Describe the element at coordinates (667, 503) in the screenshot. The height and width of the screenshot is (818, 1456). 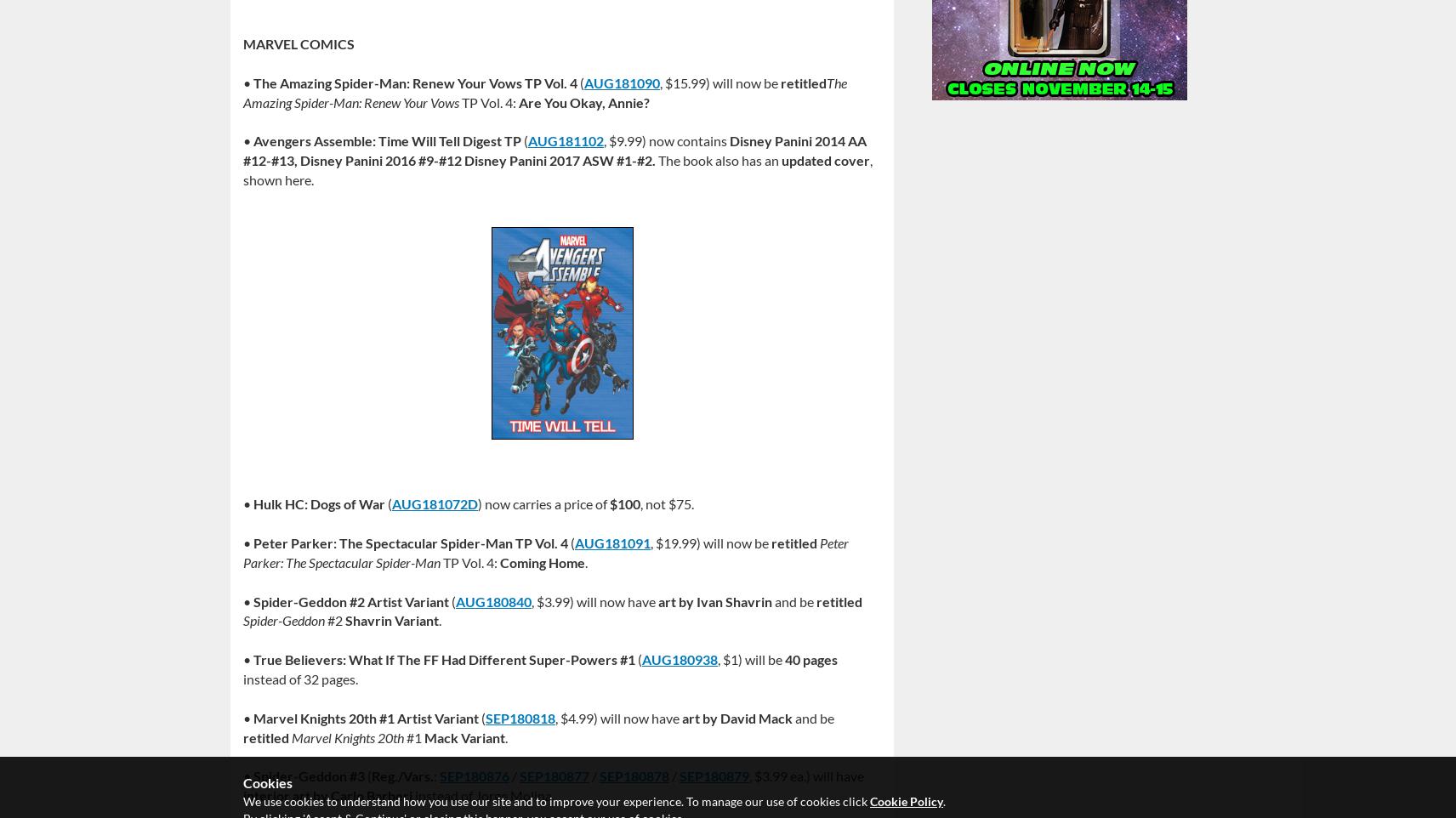
I see `', not $75.'` at that location.